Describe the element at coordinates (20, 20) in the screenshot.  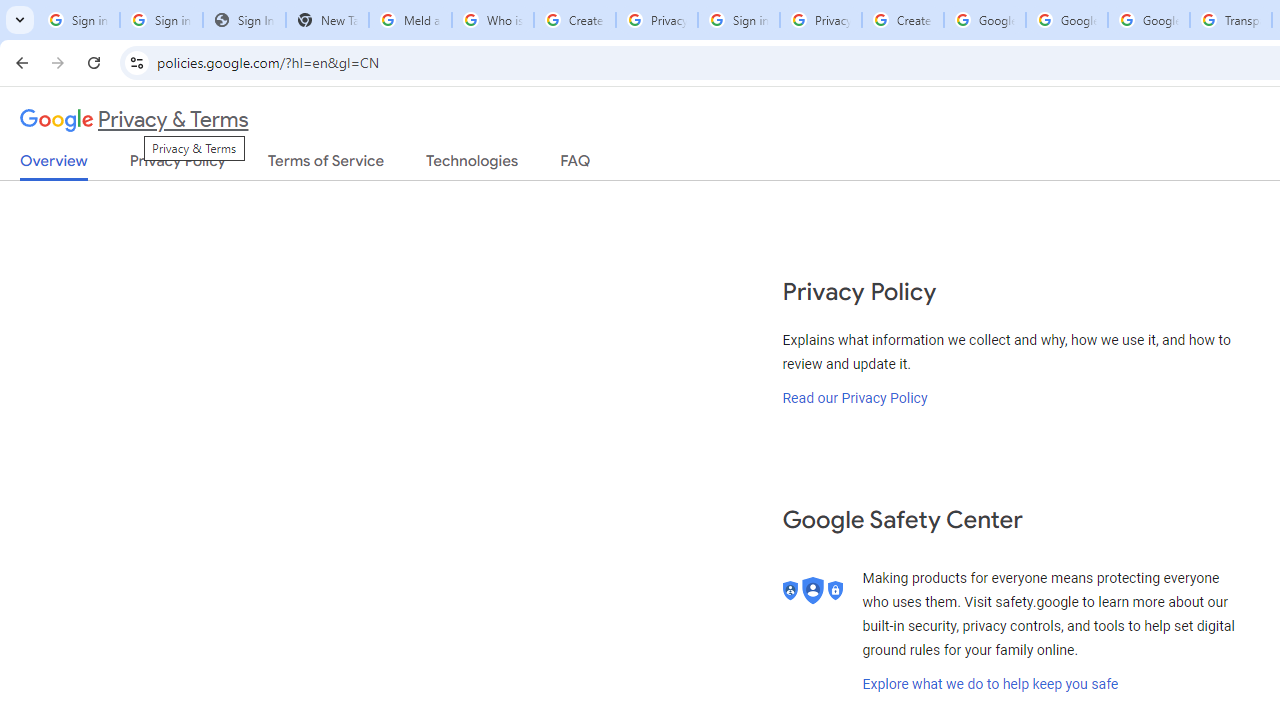
I see `'Search tabs'` at that location.